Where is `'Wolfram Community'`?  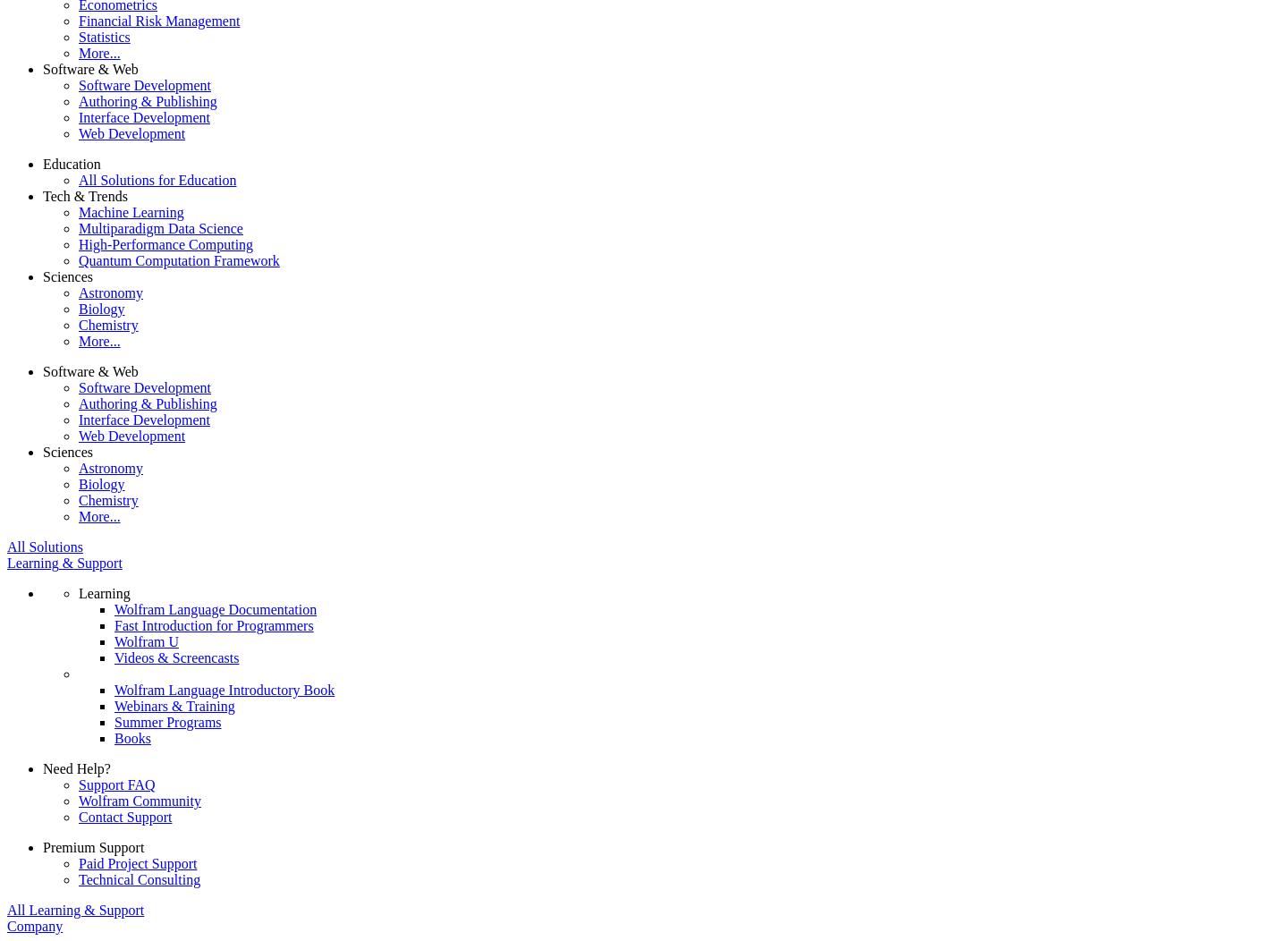 'Wolfram Community' is located at coordinates (78, 800).